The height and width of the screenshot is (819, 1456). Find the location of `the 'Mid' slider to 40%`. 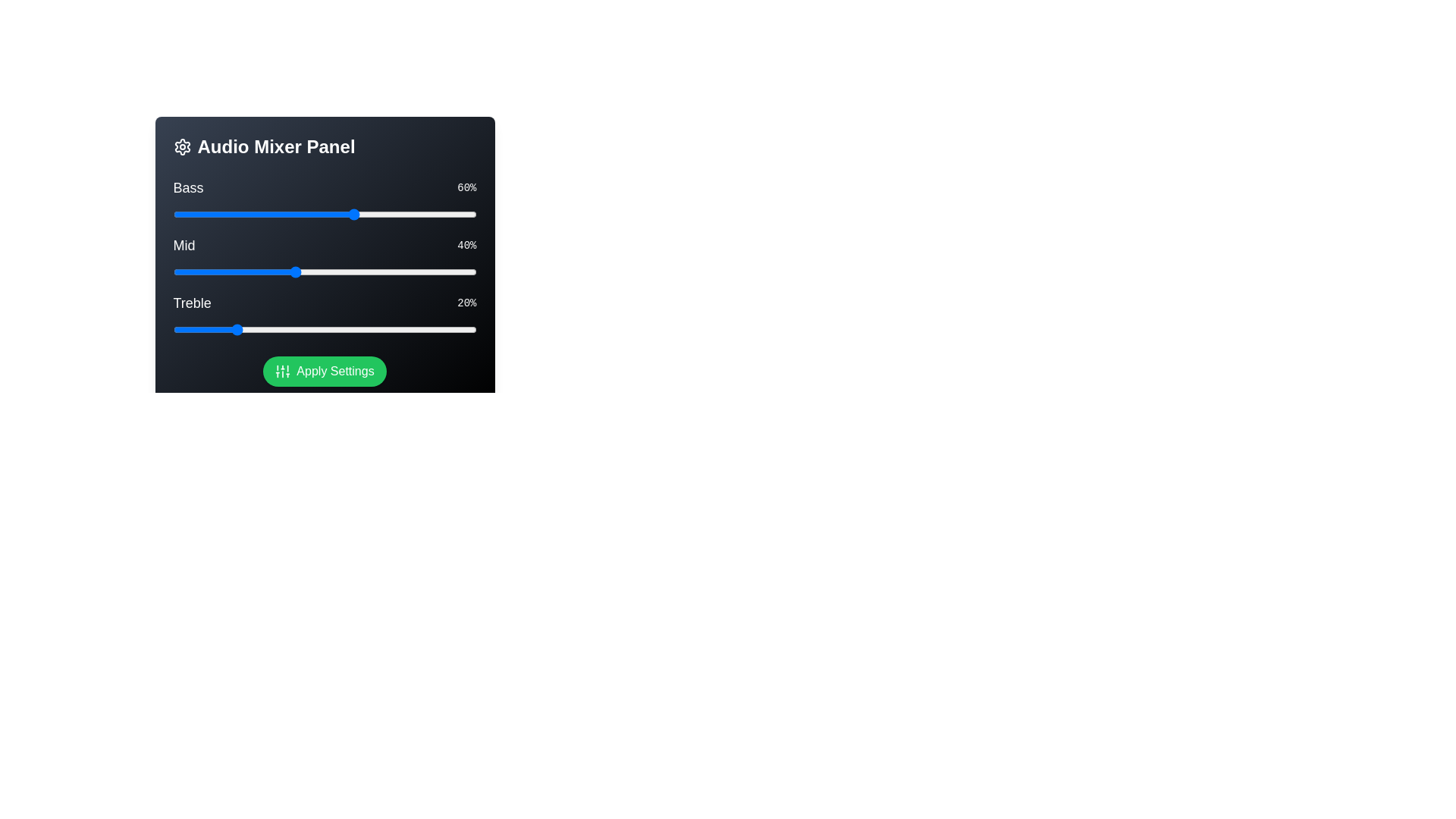

the 'Mid' slider to 40% is located at coordinates (294, 271).